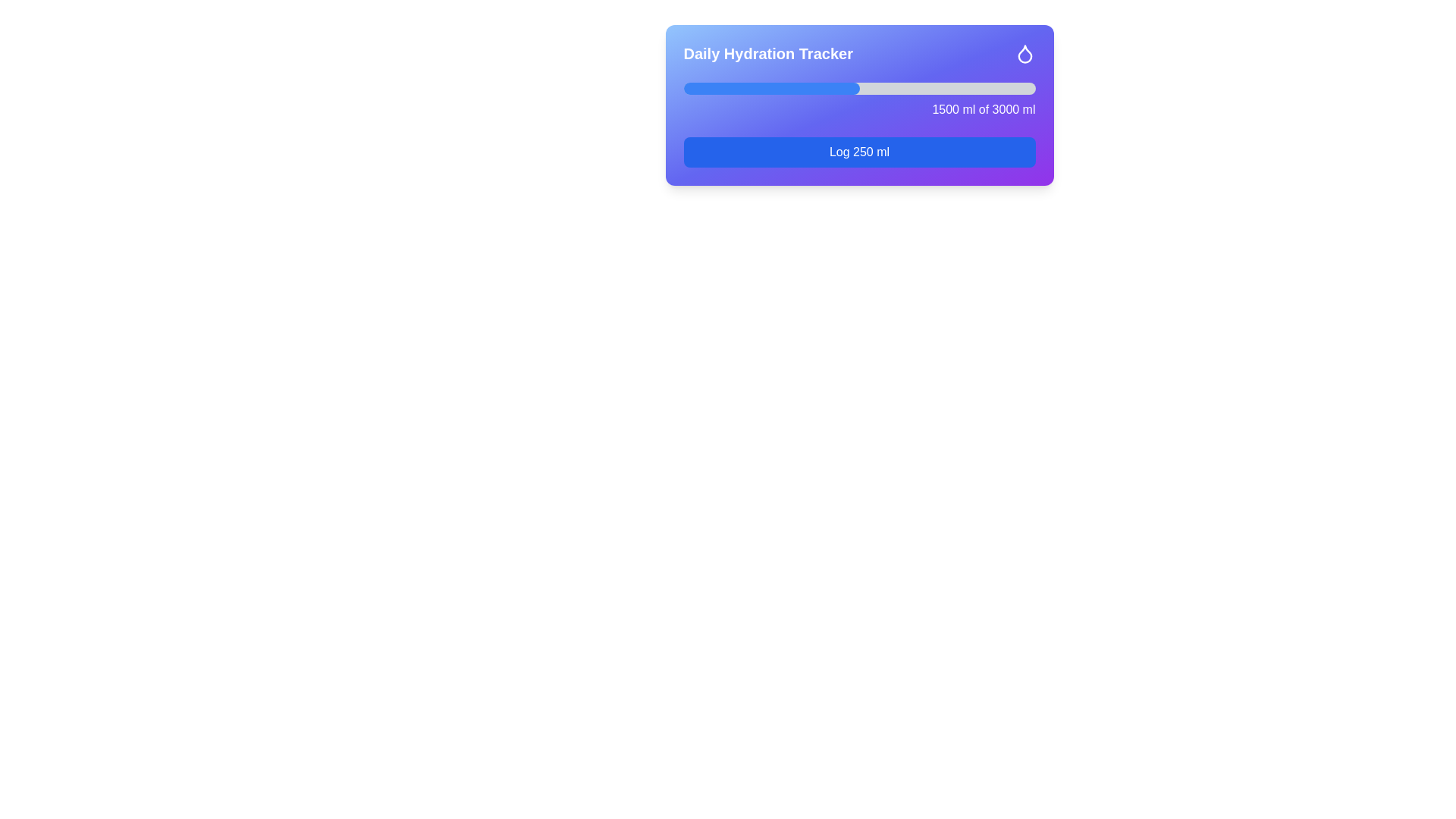  I want to click on the progress bar that visually displays the proportion of water intake achieved relative to a daily goal, located midway up within the hydration tracker card, below the title 'Daily Hydration Tracker' and above the text '1500 ml of 3000 ml', so click(859, 88).